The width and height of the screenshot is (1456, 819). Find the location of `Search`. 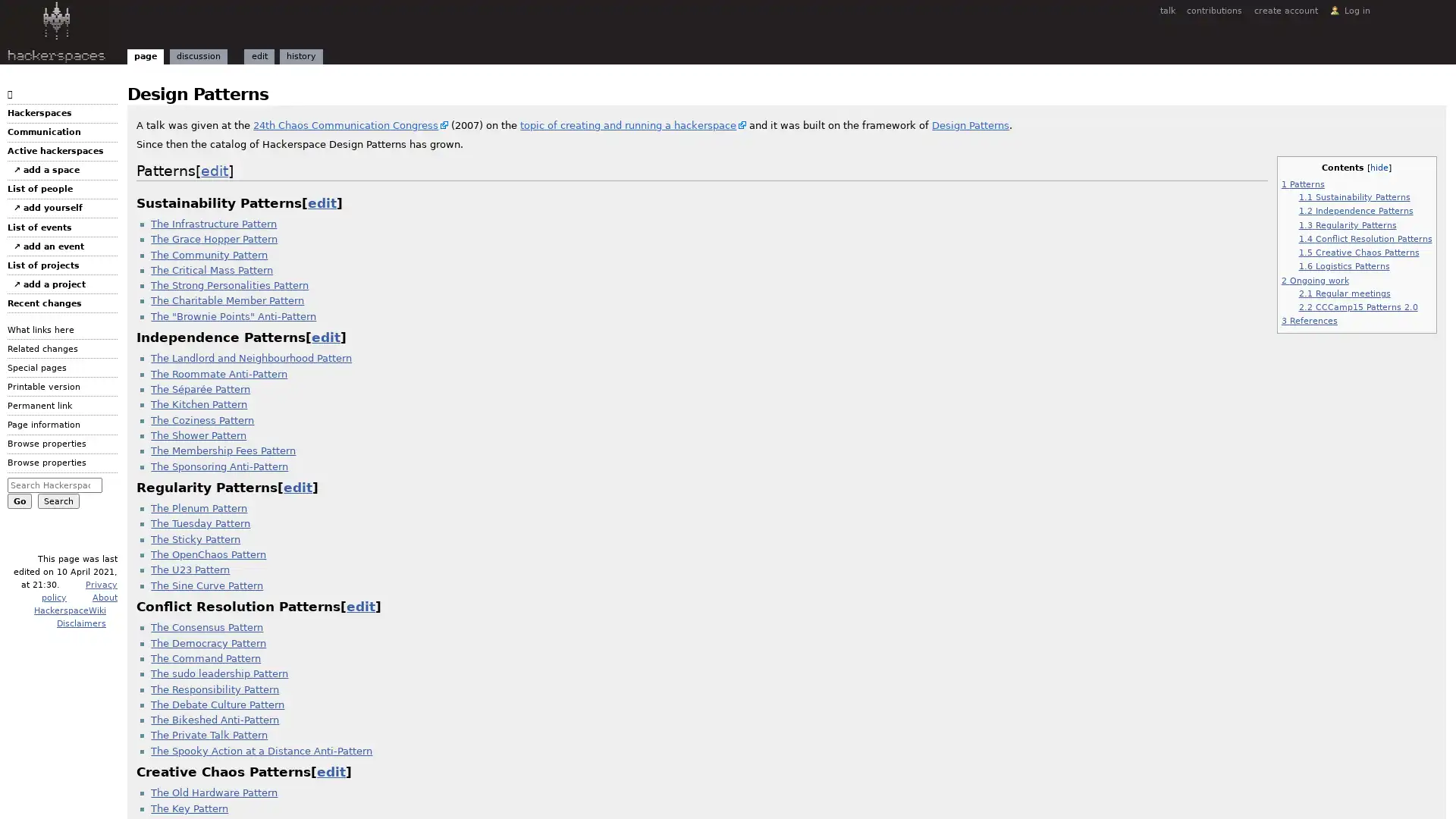

Search is located at coordinates (58, 500).